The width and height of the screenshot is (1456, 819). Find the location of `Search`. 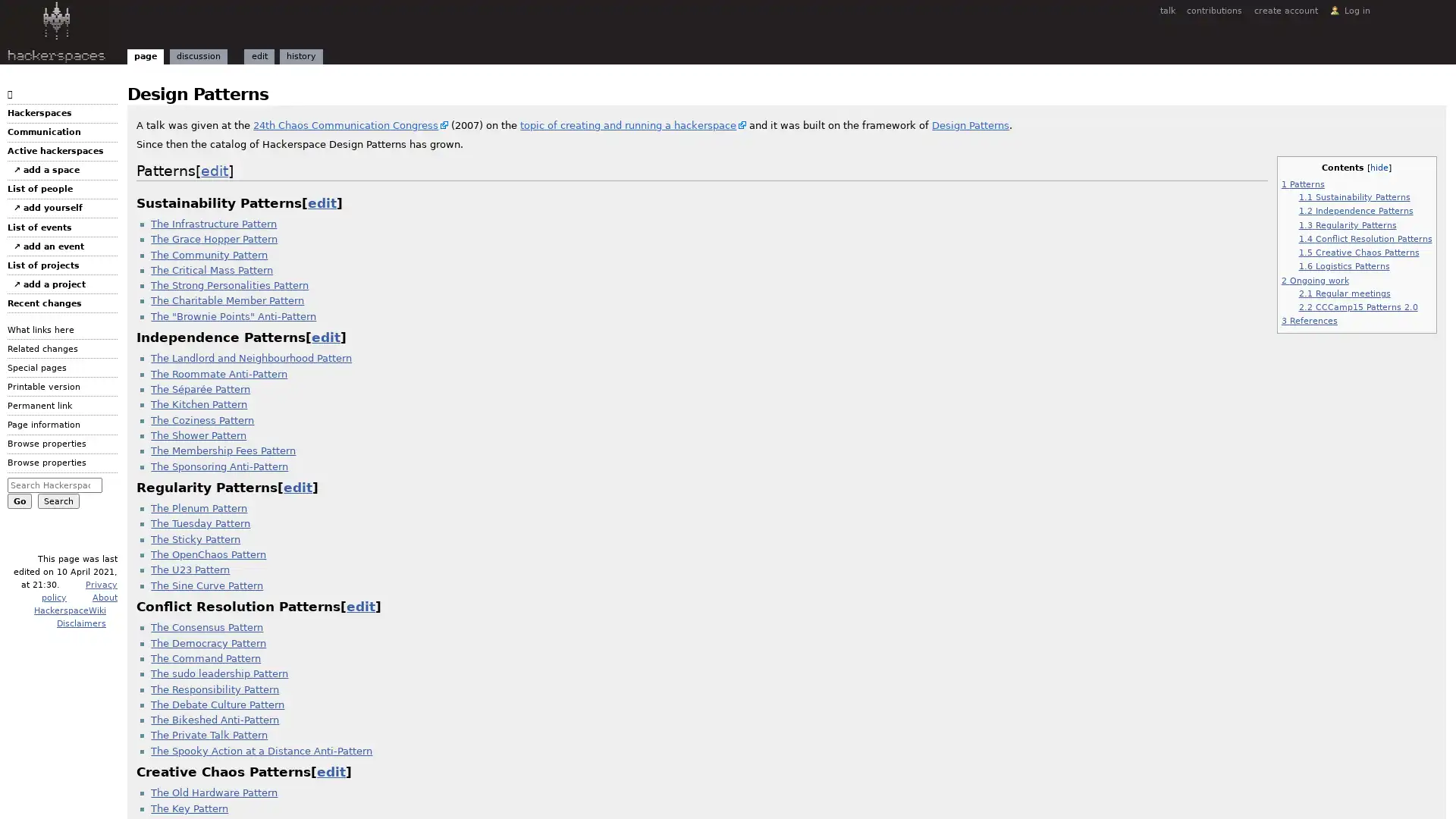

Search is located at coordinates (58, 500).